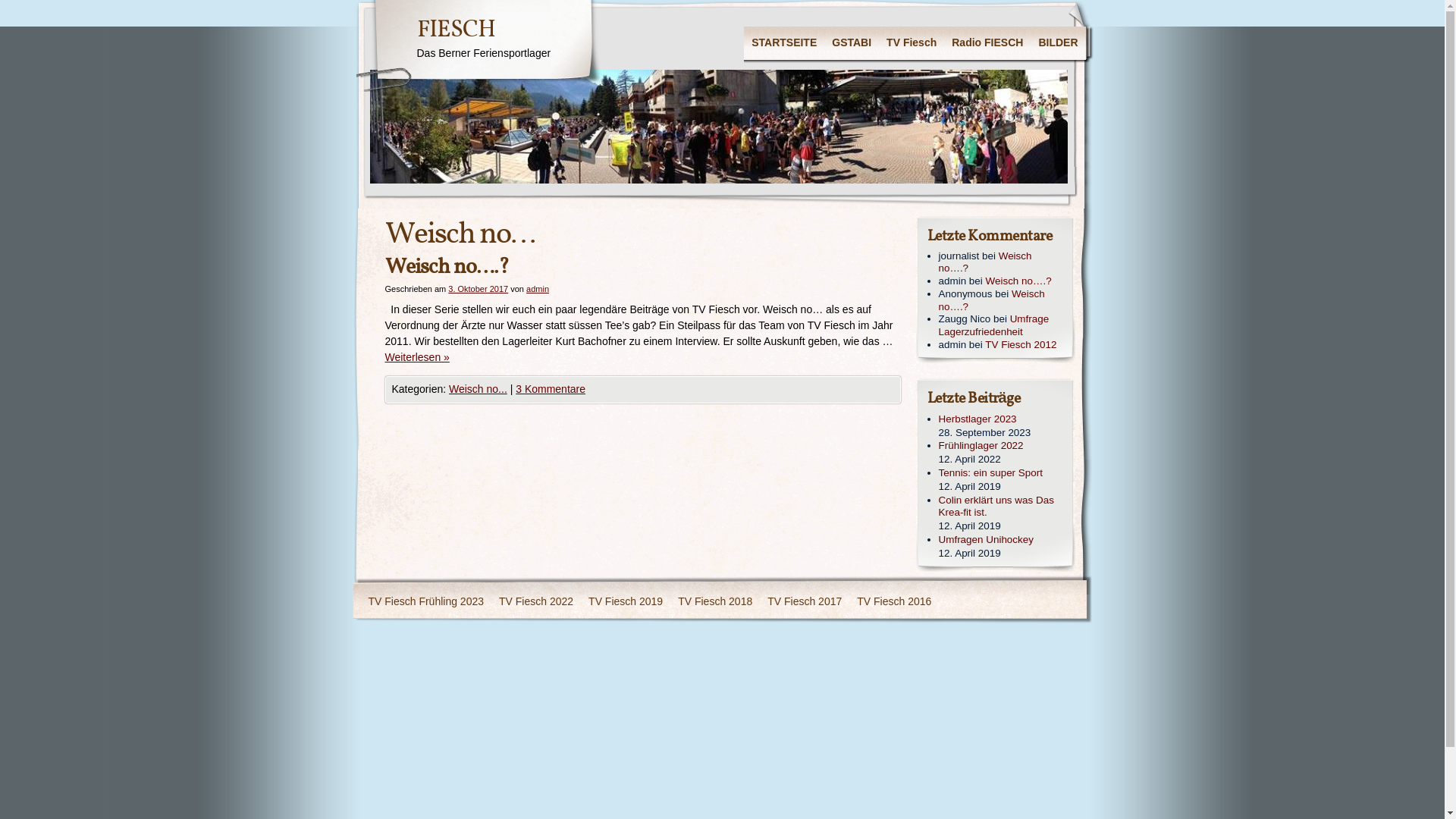 The image size is (1456, 819). I want to click on 'Herbstlager 2023', so click(1001, 419).